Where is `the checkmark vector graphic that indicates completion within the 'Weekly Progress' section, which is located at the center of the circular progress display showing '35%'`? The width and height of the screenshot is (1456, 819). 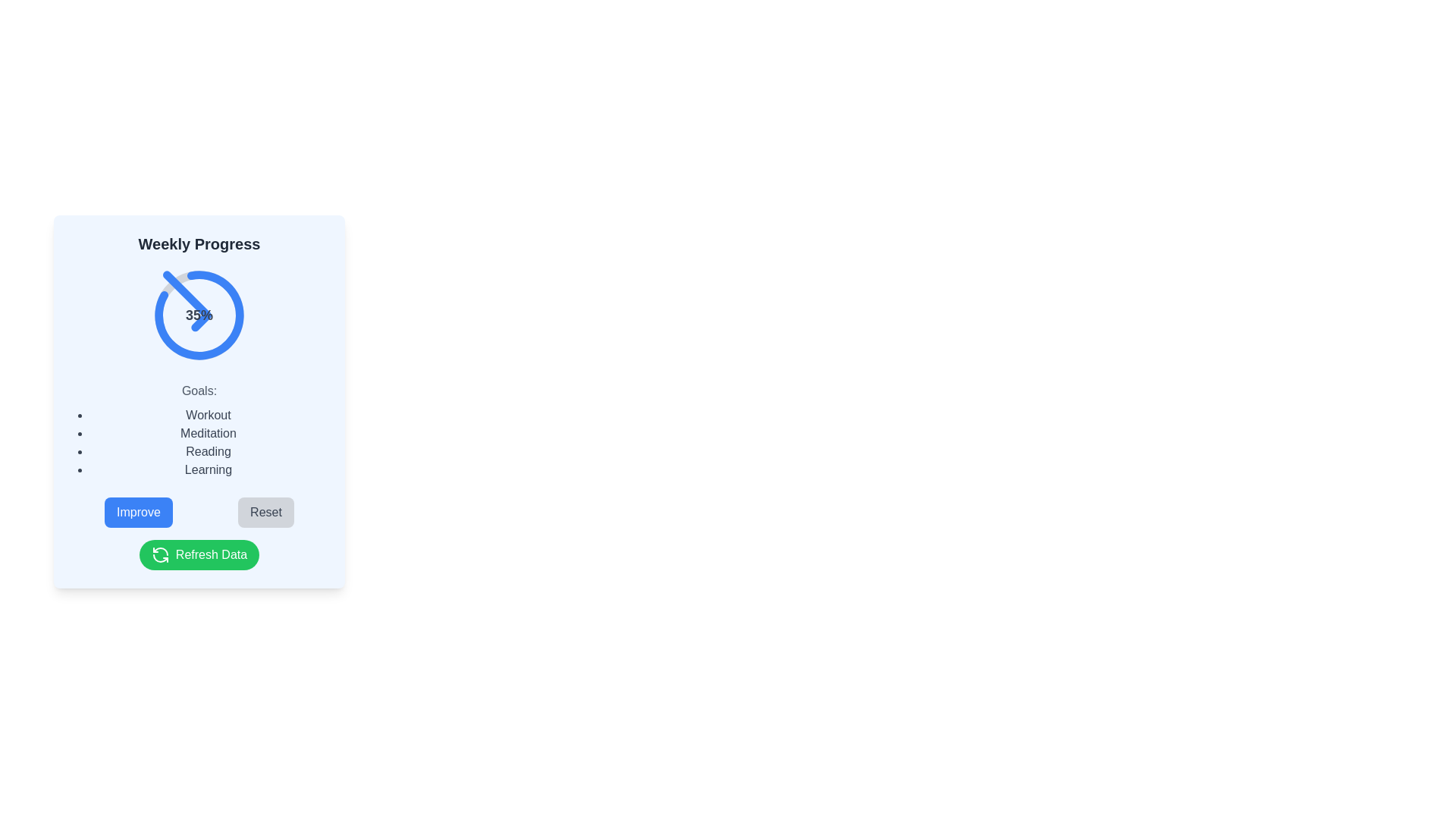 the checkmark vector graphic that indicates completion within the 'Weekly Progress' section, which is located at the center of the circular progress display showing '35%' is located at coordinates (186, 301).